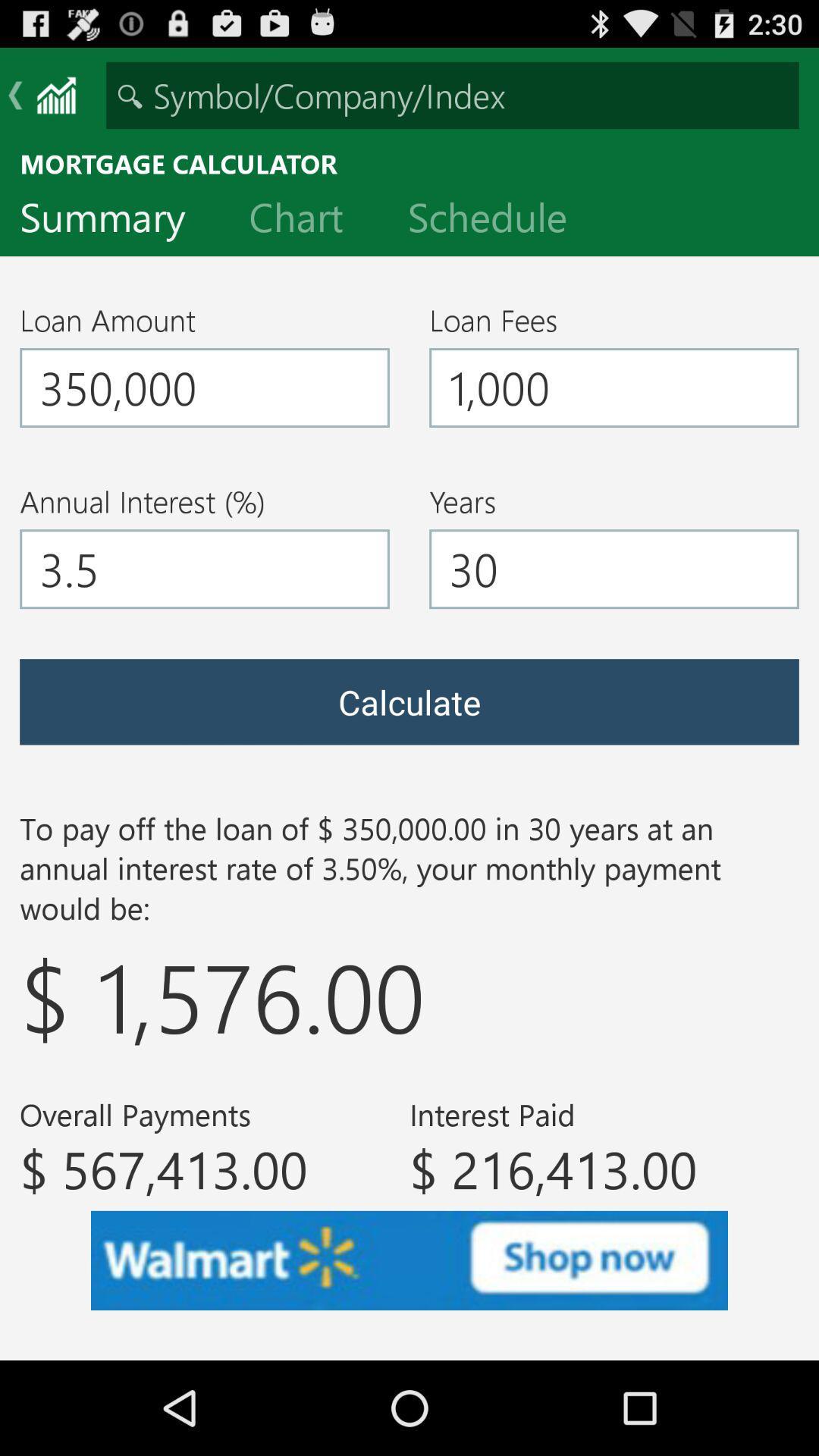  I want to click on item next to the chart, so click(114, 220).